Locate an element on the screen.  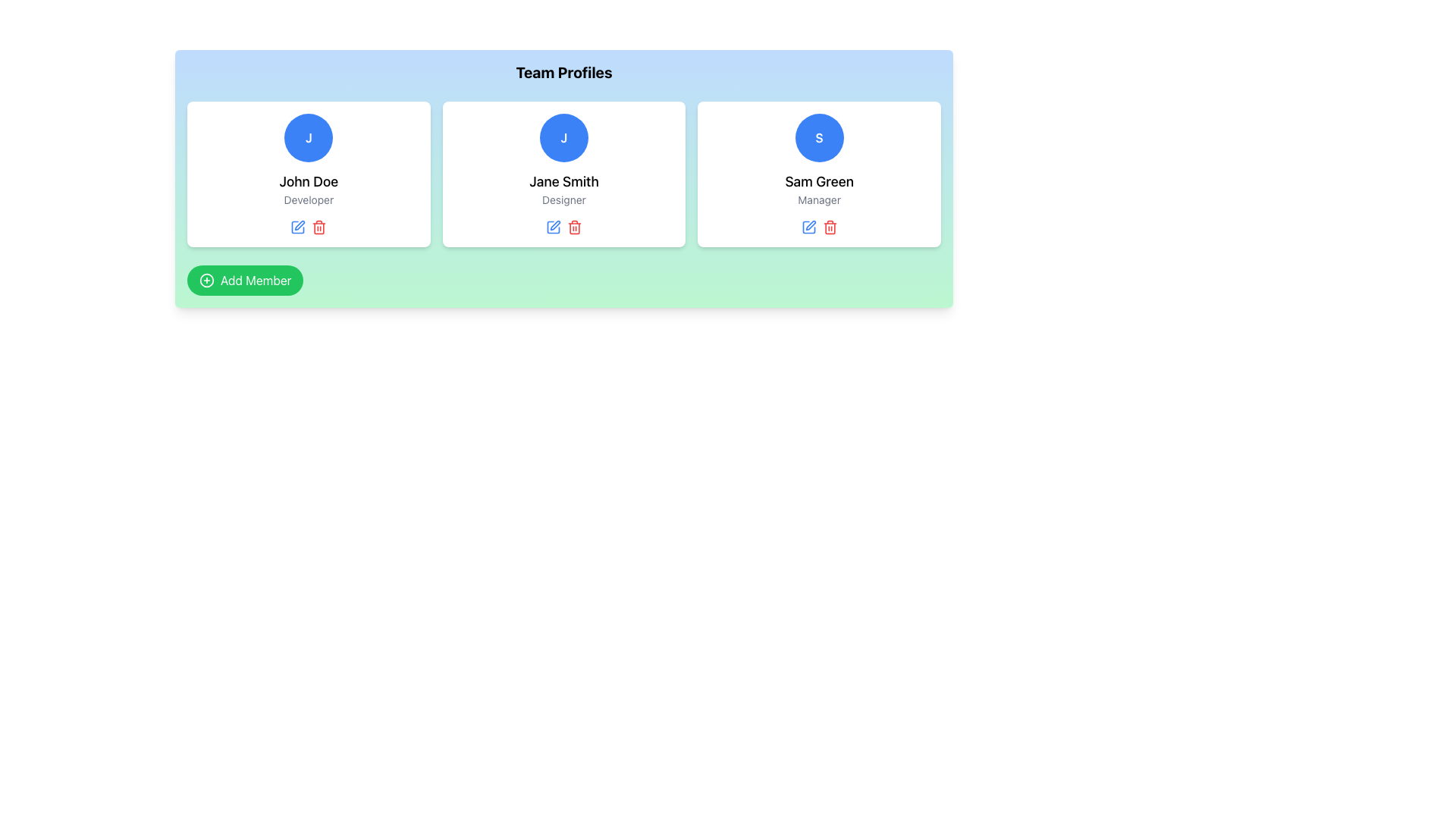
the editing icon button adjacent to 'John Doe' in the profile card to activate the editing feature is located at coordinates (298, 227).